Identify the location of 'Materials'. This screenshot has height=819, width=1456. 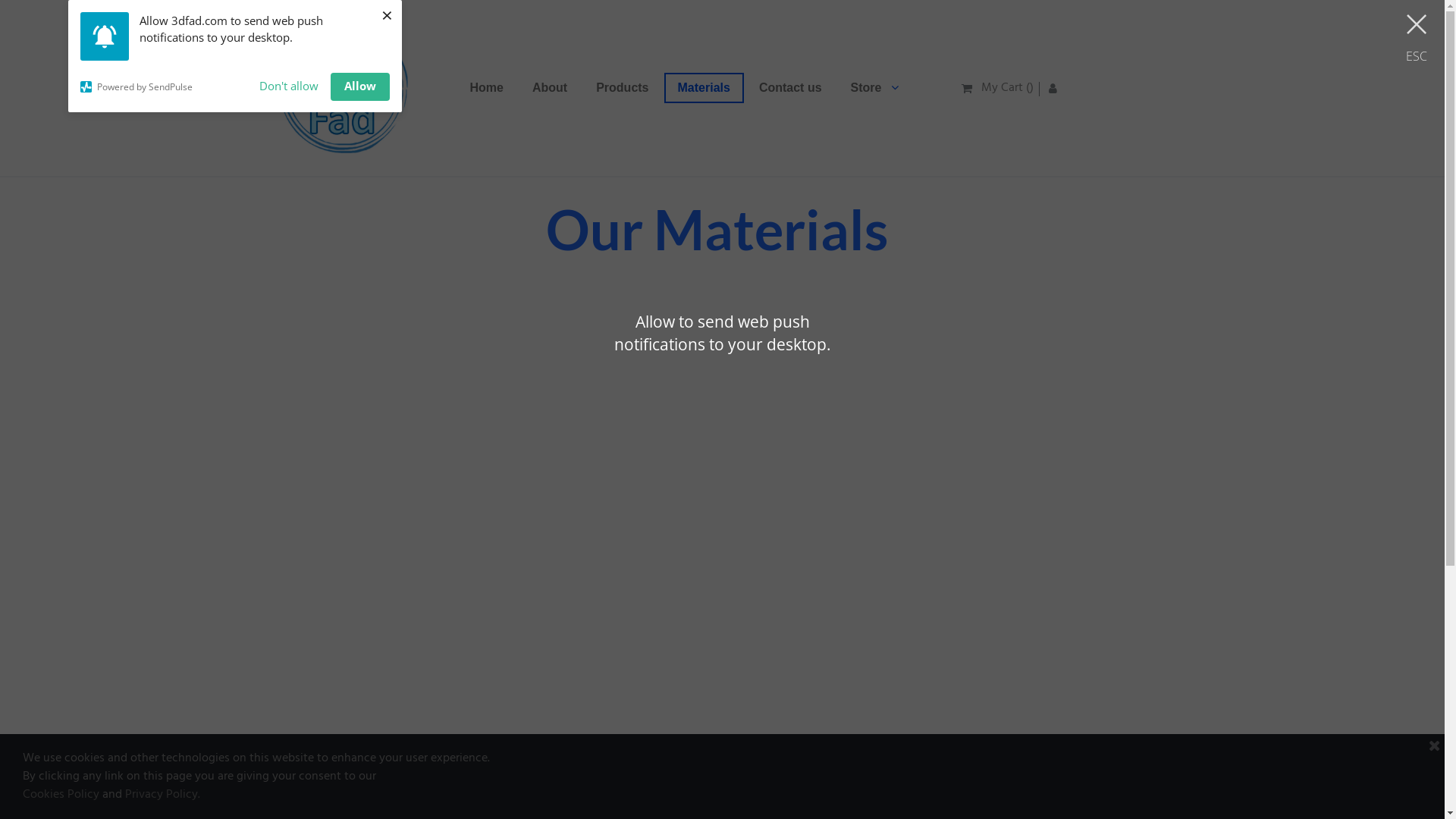
(703, 87).